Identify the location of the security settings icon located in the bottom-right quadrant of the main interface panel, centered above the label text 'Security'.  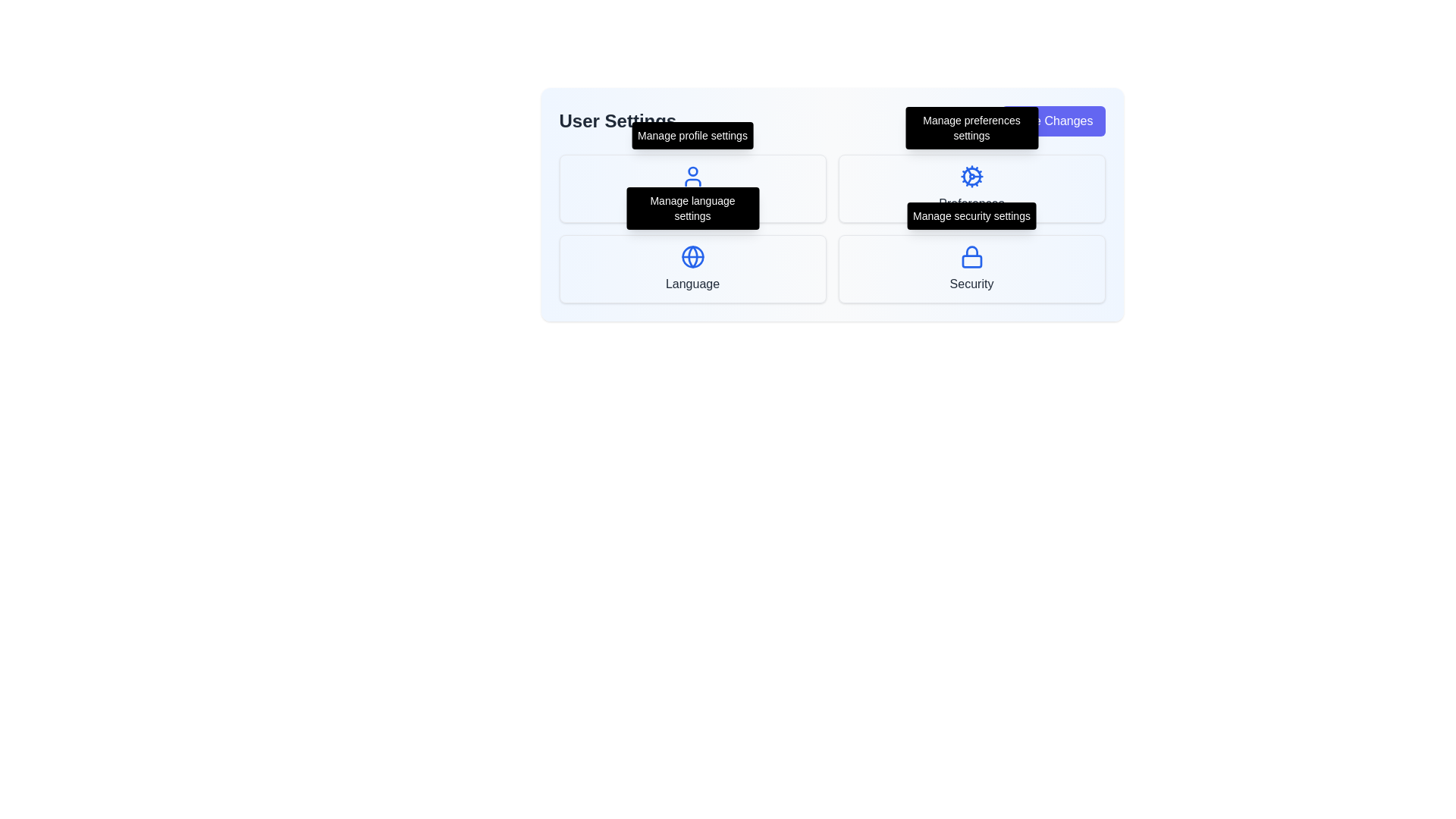
(971, 256).